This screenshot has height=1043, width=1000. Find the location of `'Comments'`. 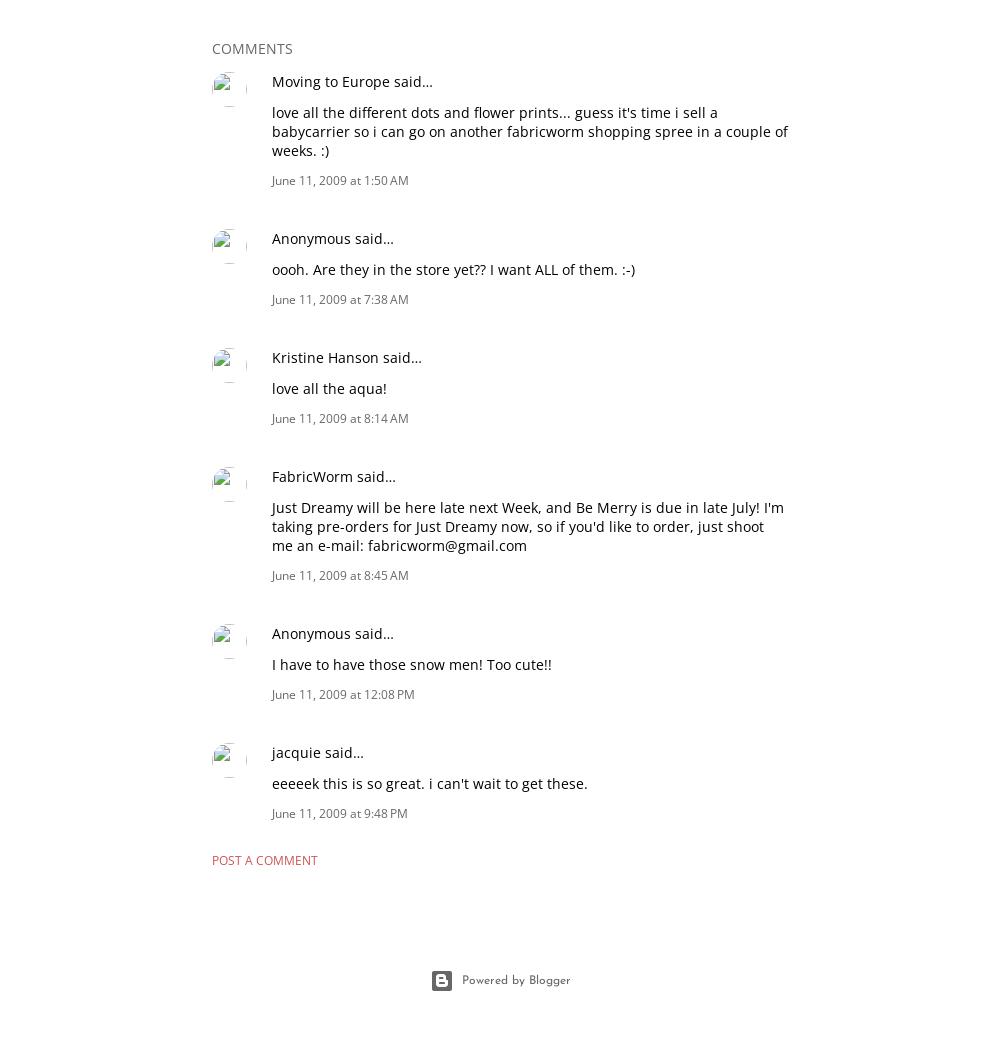

'Comments' is located at coordinates (252, 47).